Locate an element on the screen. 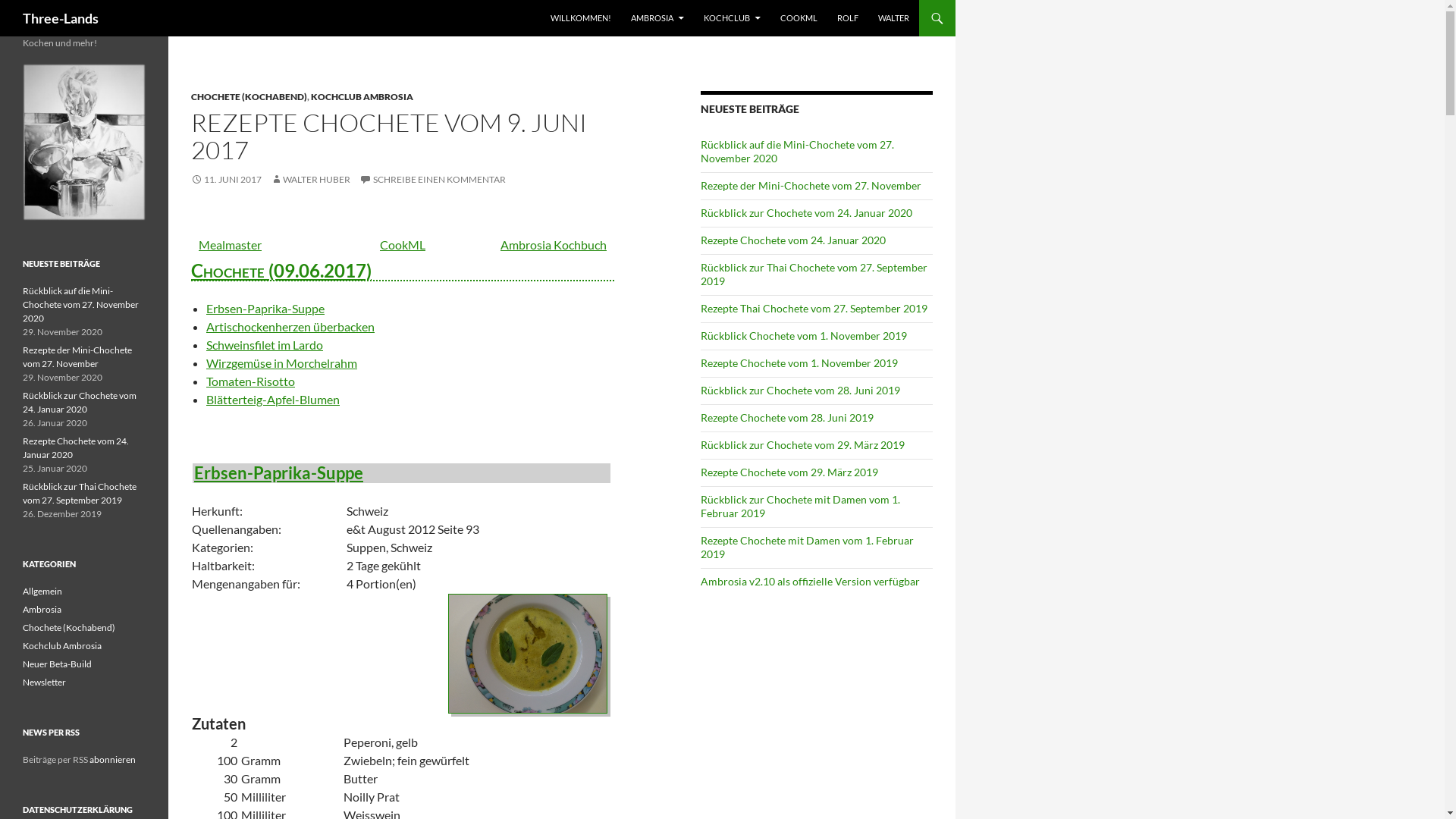  'AMBROSIA' is located at coordinates (657, 17).